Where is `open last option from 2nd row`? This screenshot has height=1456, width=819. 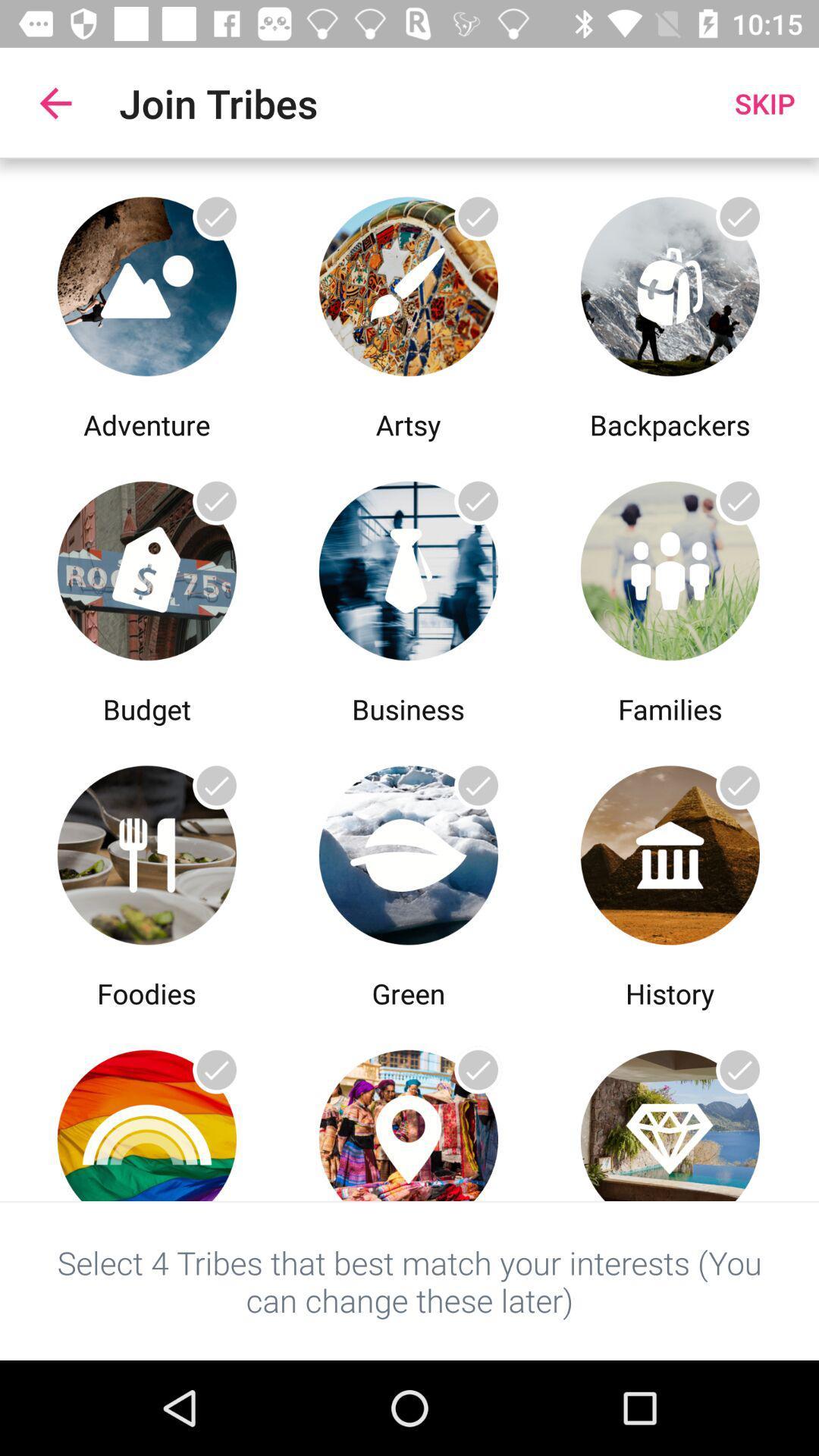
open last option from 2nd row is located at coordinates (669, 566).